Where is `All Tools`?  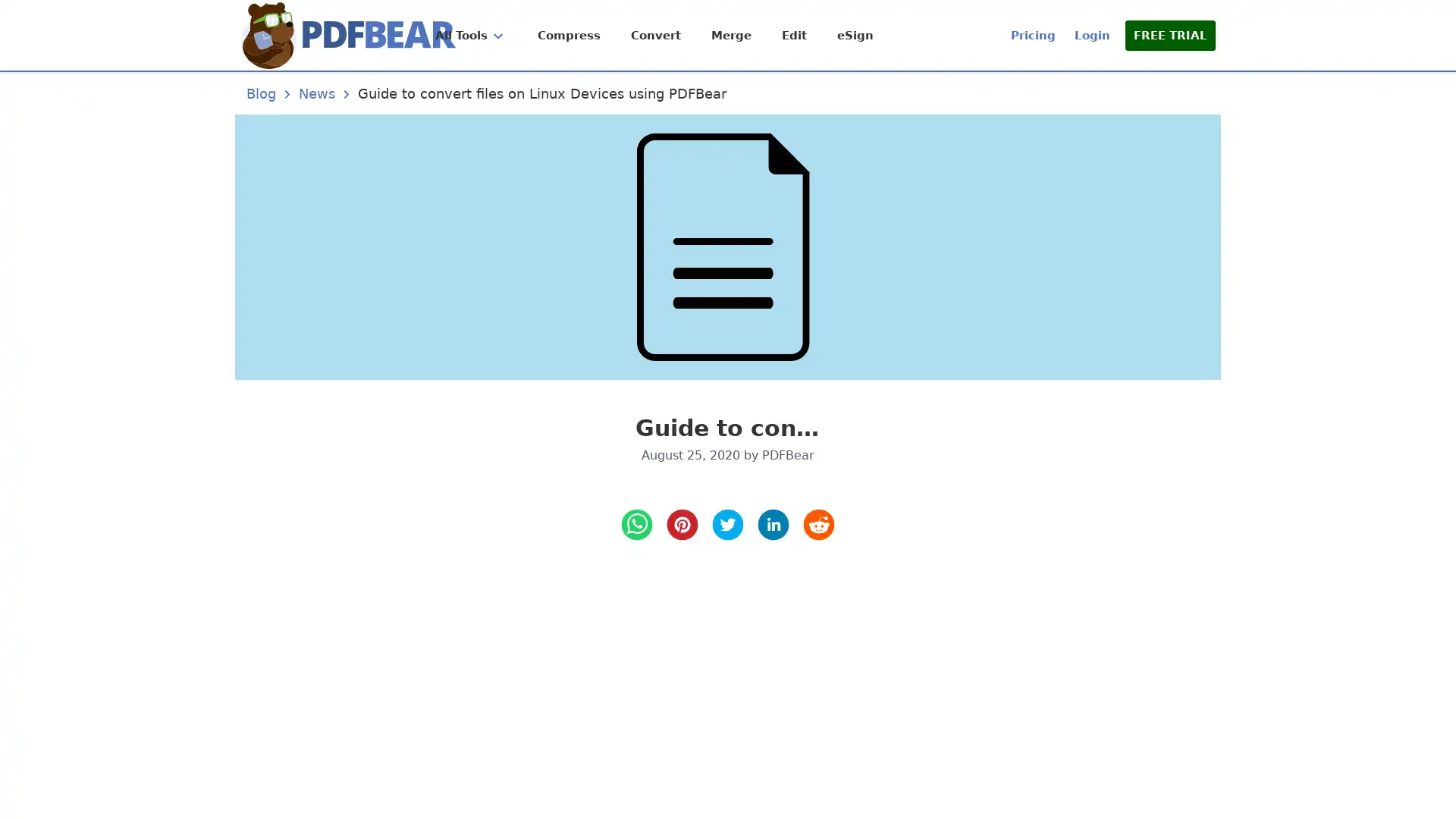
All Tools is located at coordinates (467, 34).